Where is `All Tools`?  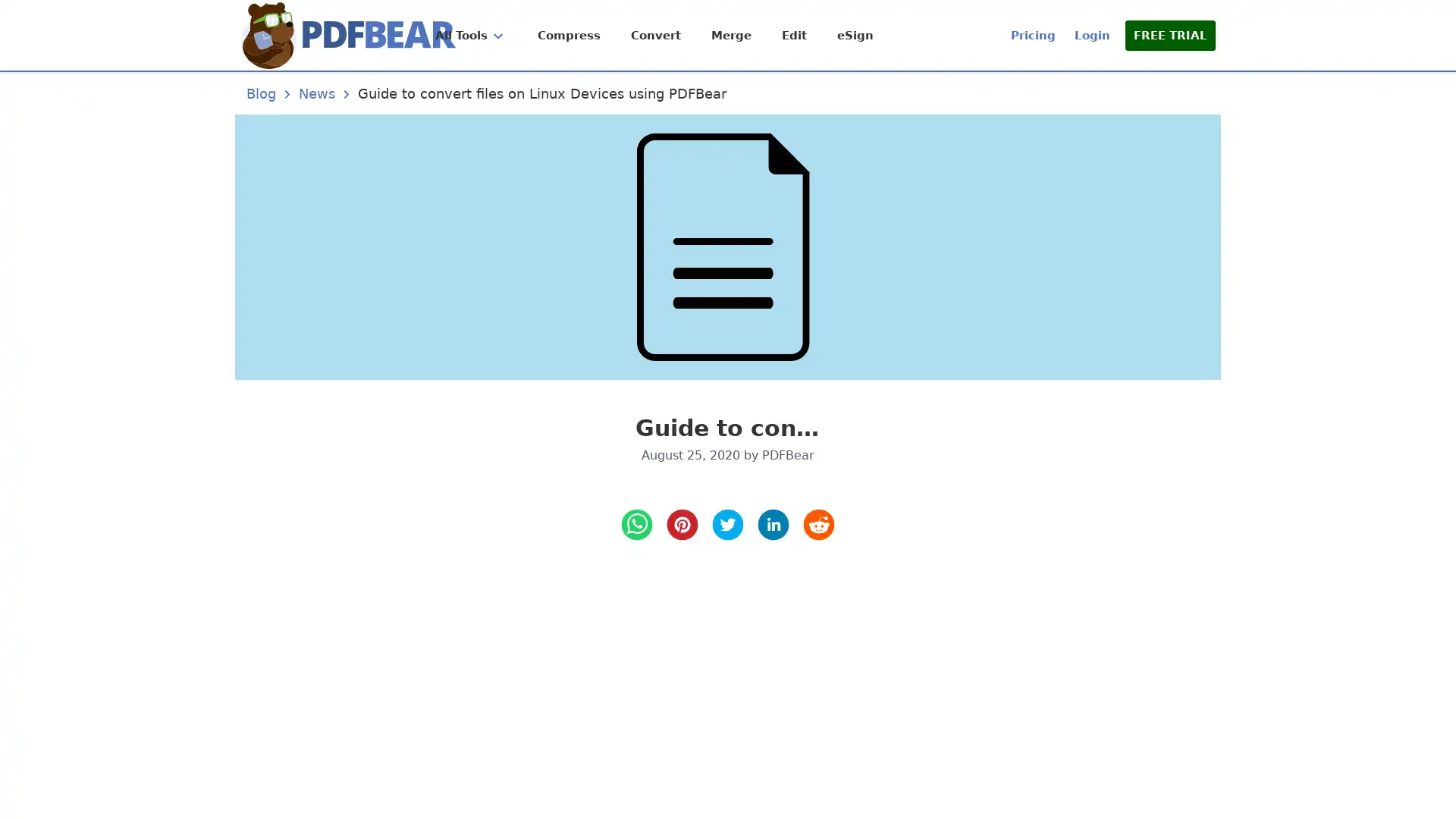
All Tools is located at coordinates (467, 34).